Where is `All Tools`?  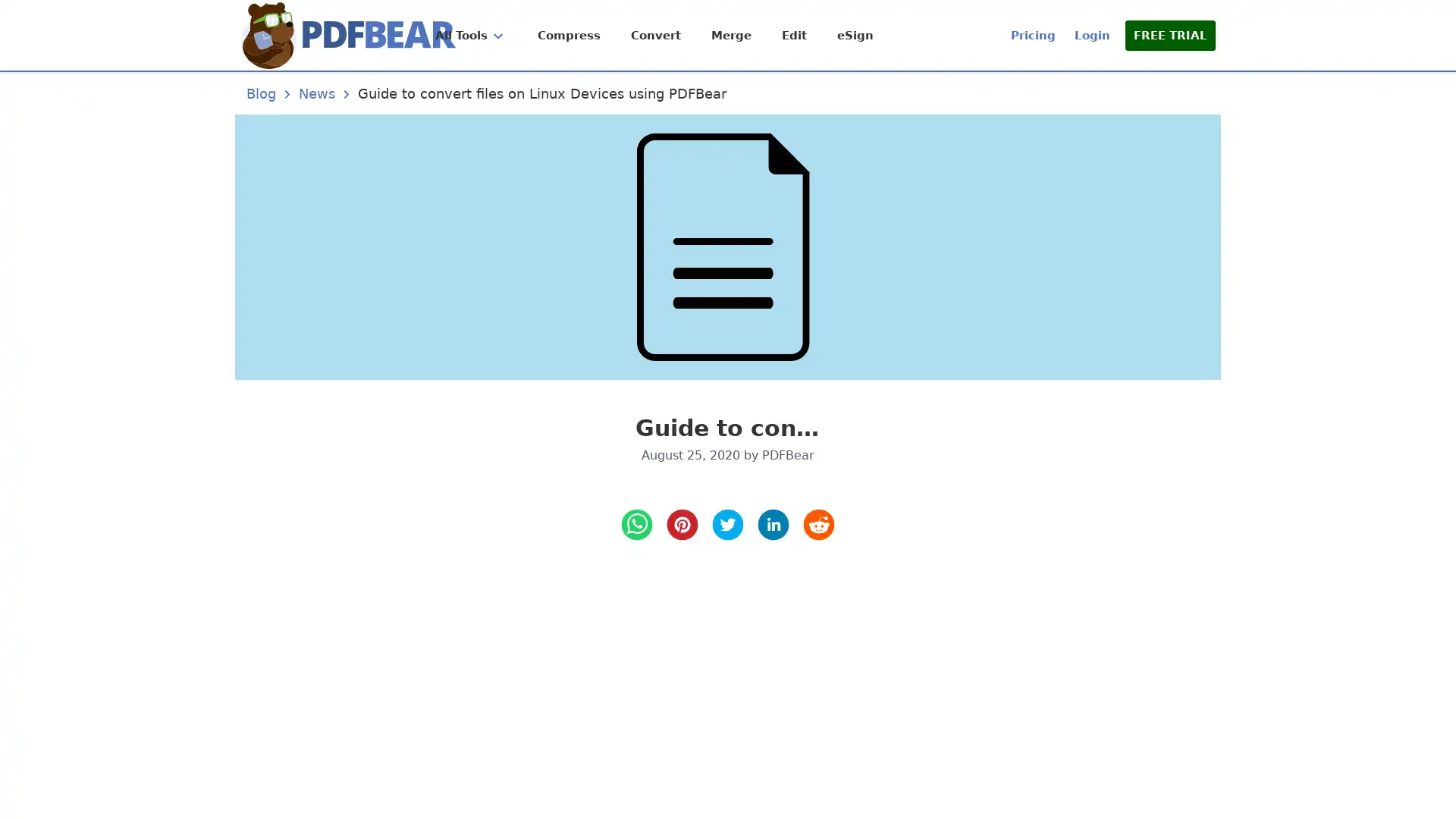
All Tools is located at coordinates (467, 34).